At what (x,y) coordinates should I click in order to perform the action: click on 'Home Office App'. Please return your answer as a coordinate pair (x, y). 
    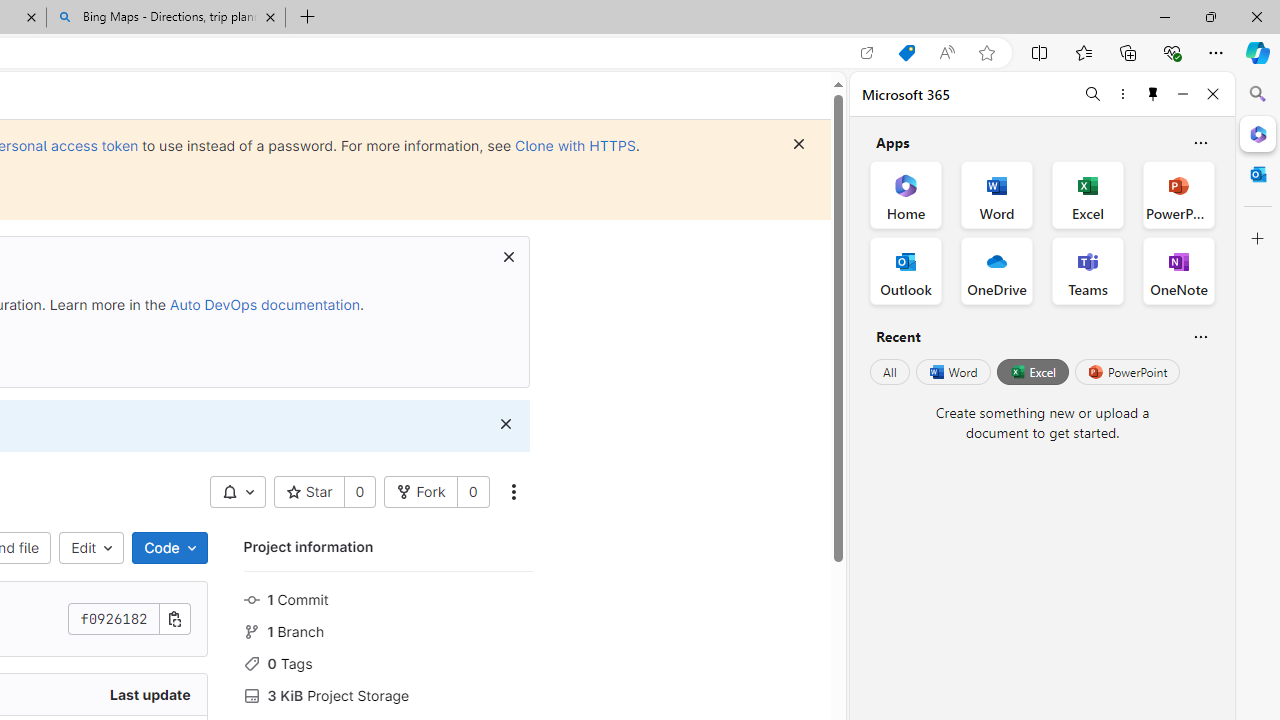
    Looking at the image, I should click on (905, 195).